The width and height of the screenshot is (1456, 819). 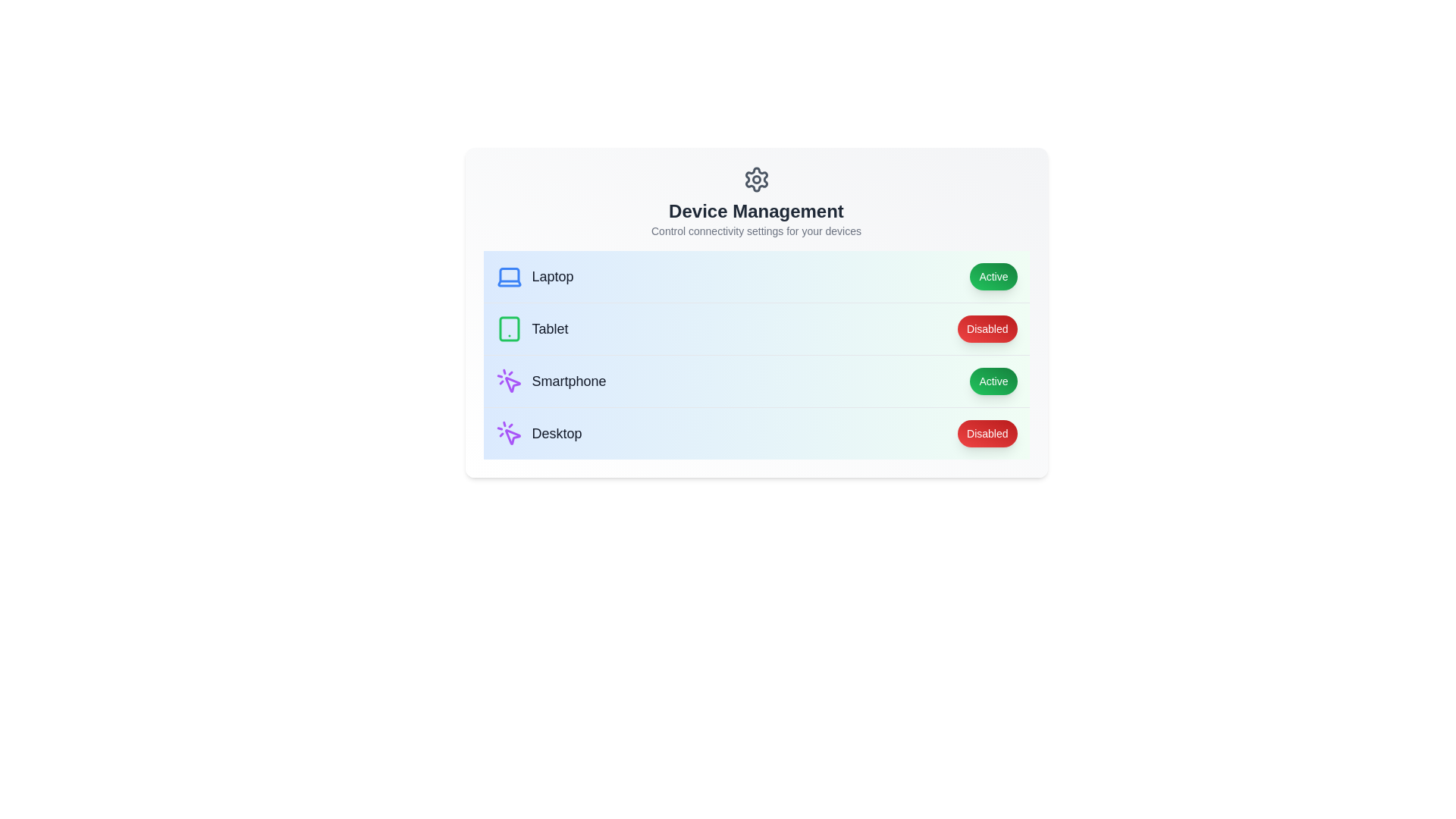 What do you see at coordinates (509, 277) in the screenshot?
I see `the icon representing the Laptop to toggle its state` at bounding box center [509, 277].